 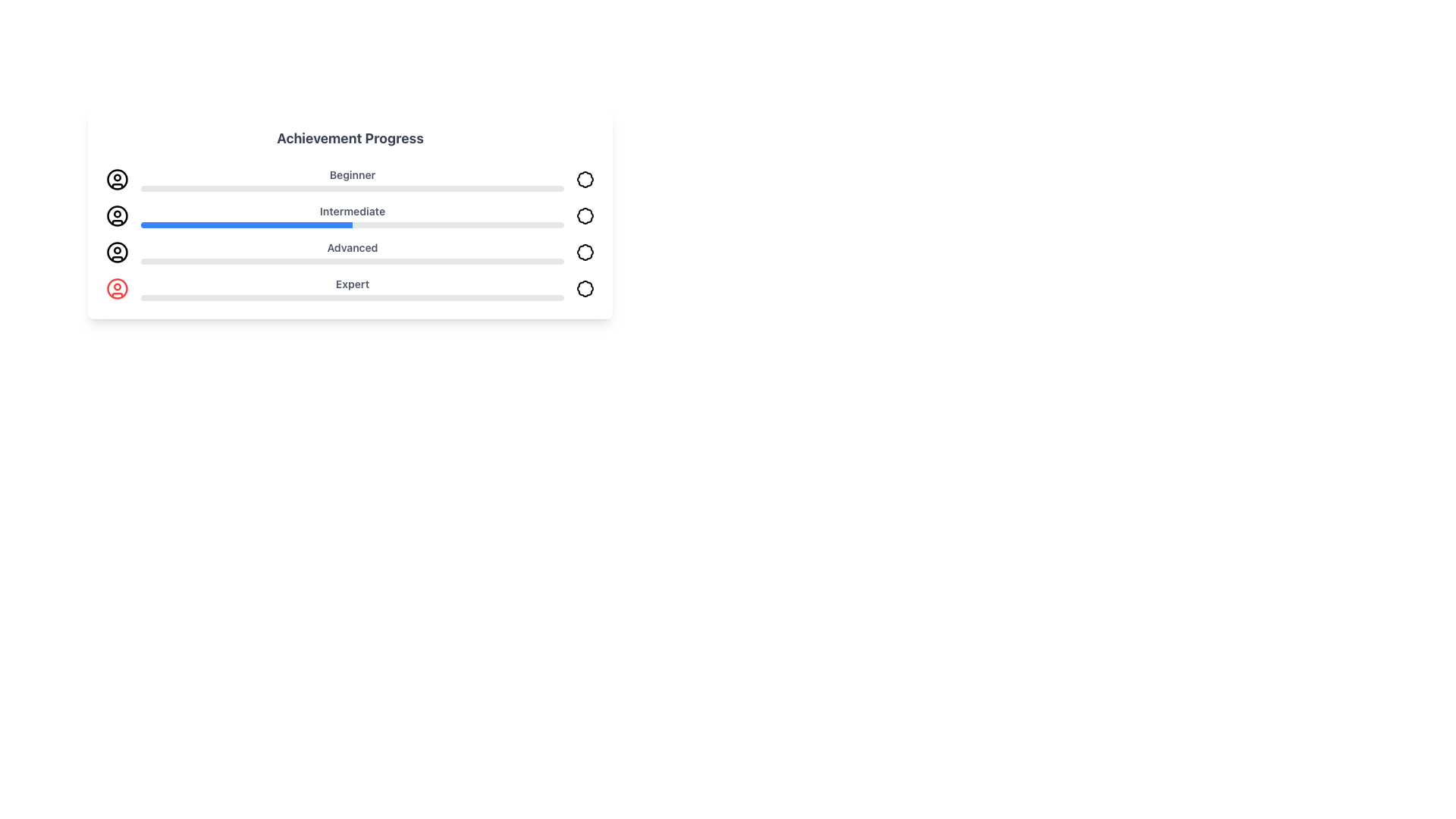 What do you see at coordinates (352, 260) in the screenshot?
I see `the progress bar representing the 'Advanced' achievement tier, which is the third in a vertical list of progress bars` at bounding box center [352, 260].